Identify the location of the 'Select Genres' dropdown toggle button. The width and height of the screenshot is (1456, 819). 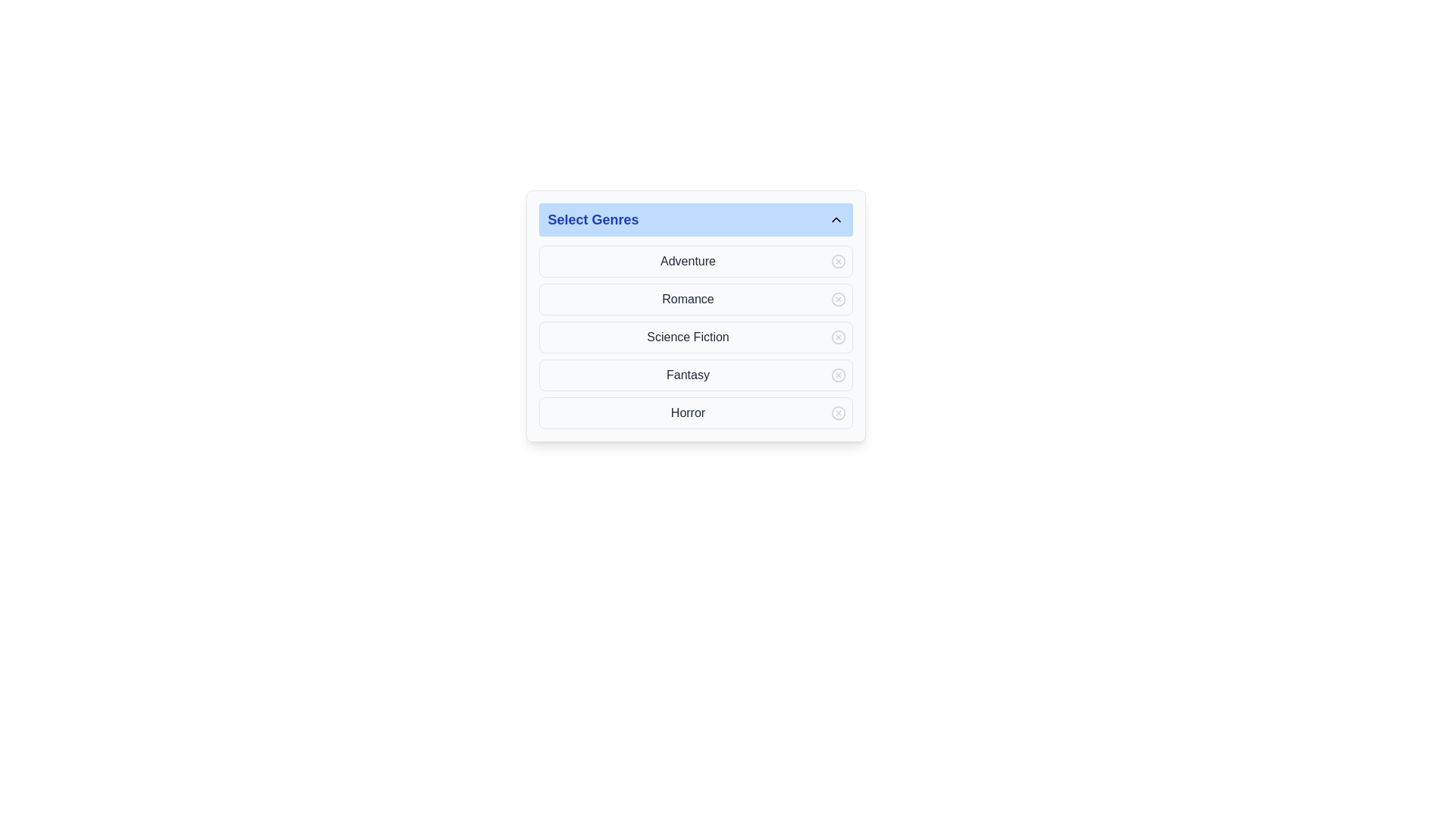
(695, 219).